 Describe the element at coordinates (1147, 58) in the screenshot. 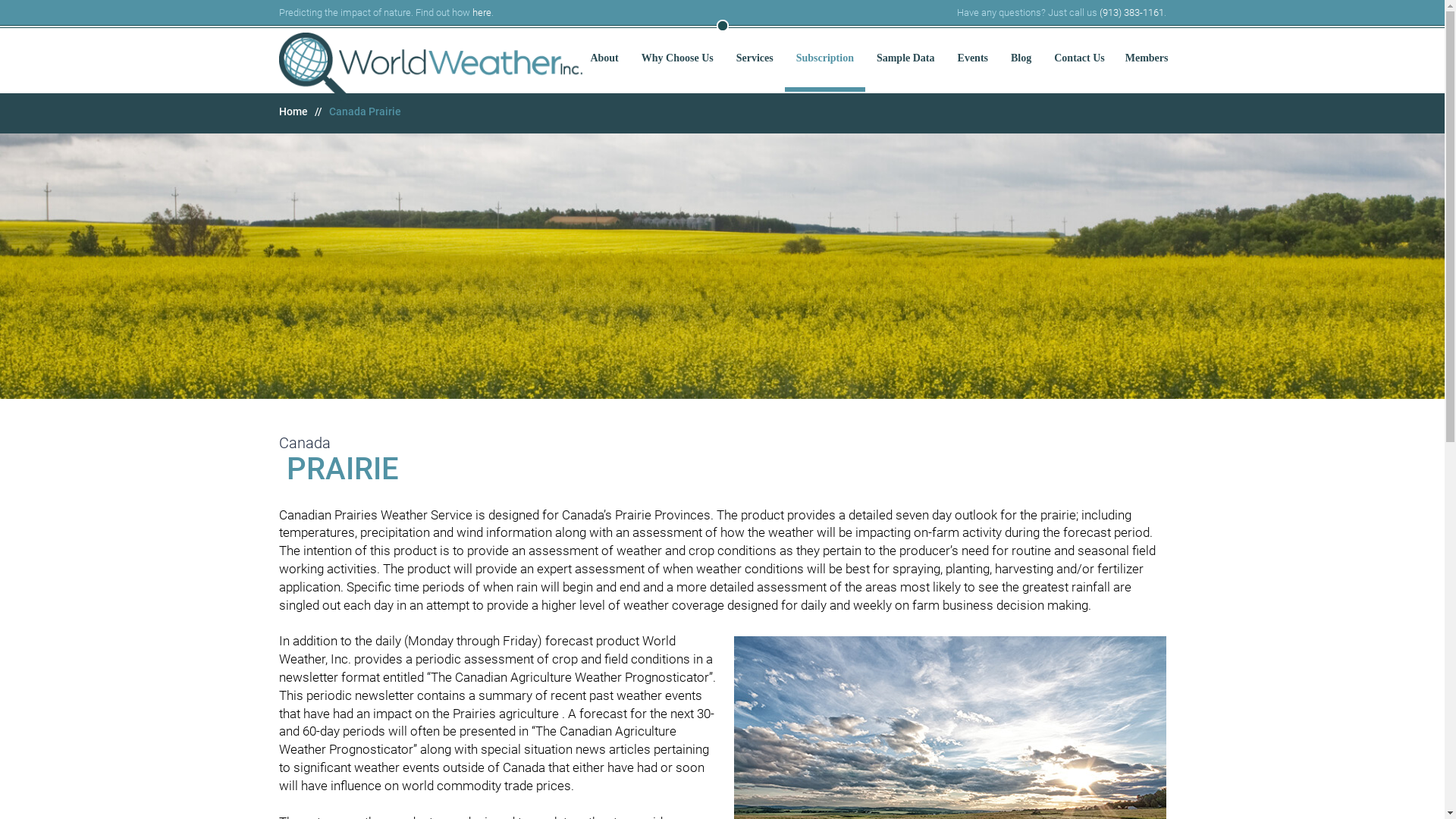

I see `'Members'` at that location.